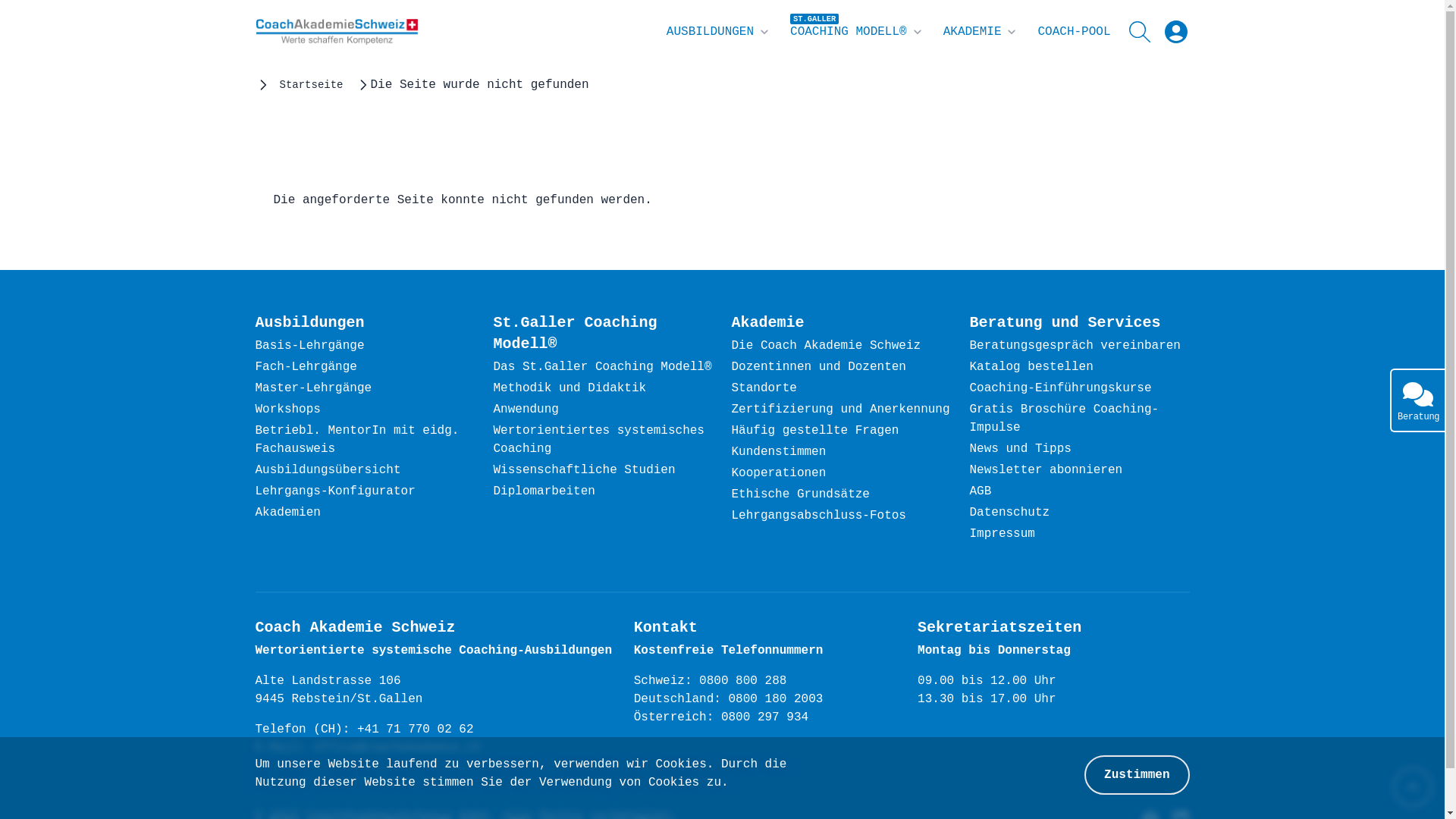  I want to click on '0800 800 288', so click(742, 680).